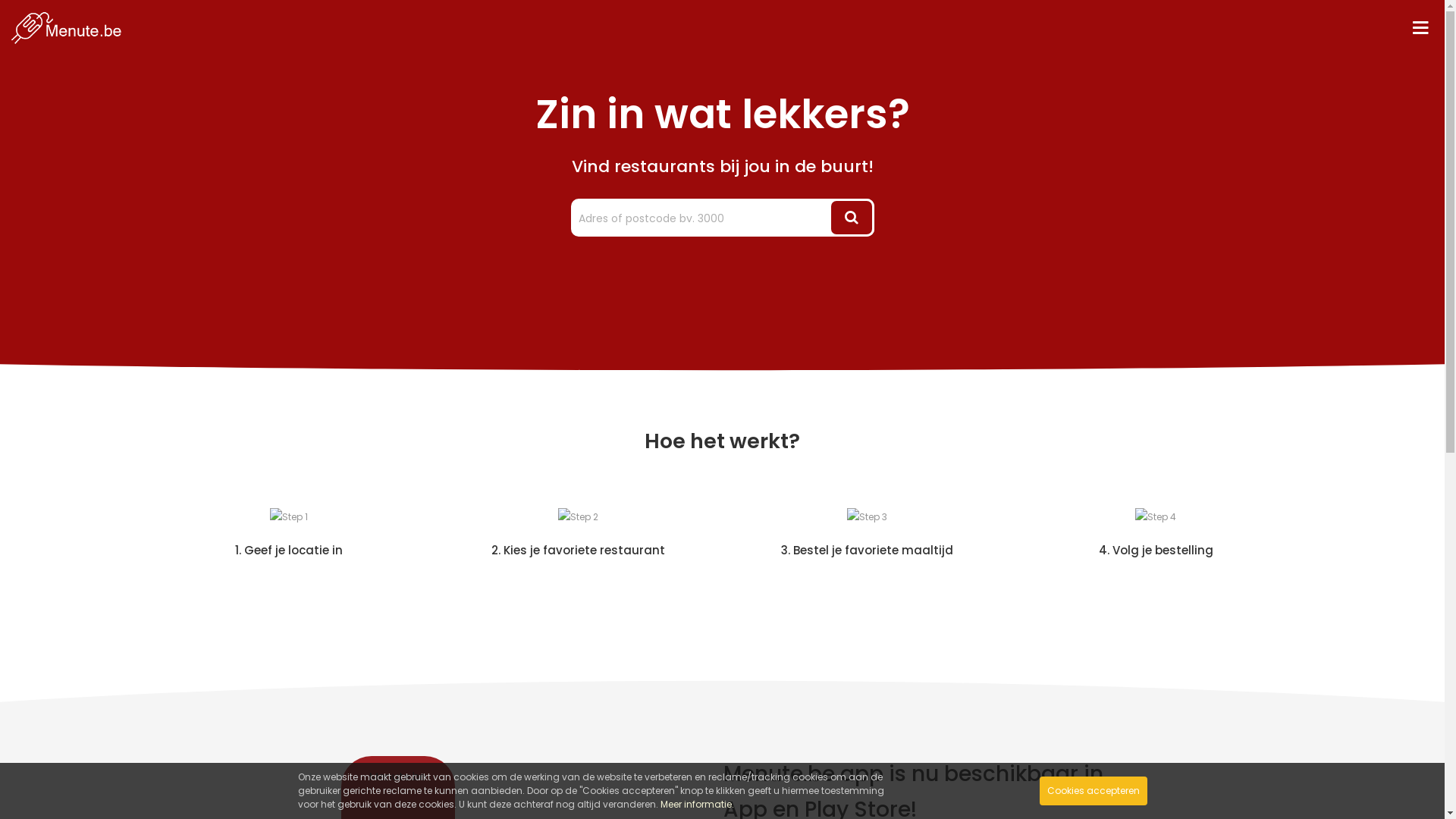  I want to click on 'Step 4', so click(1154, 516).